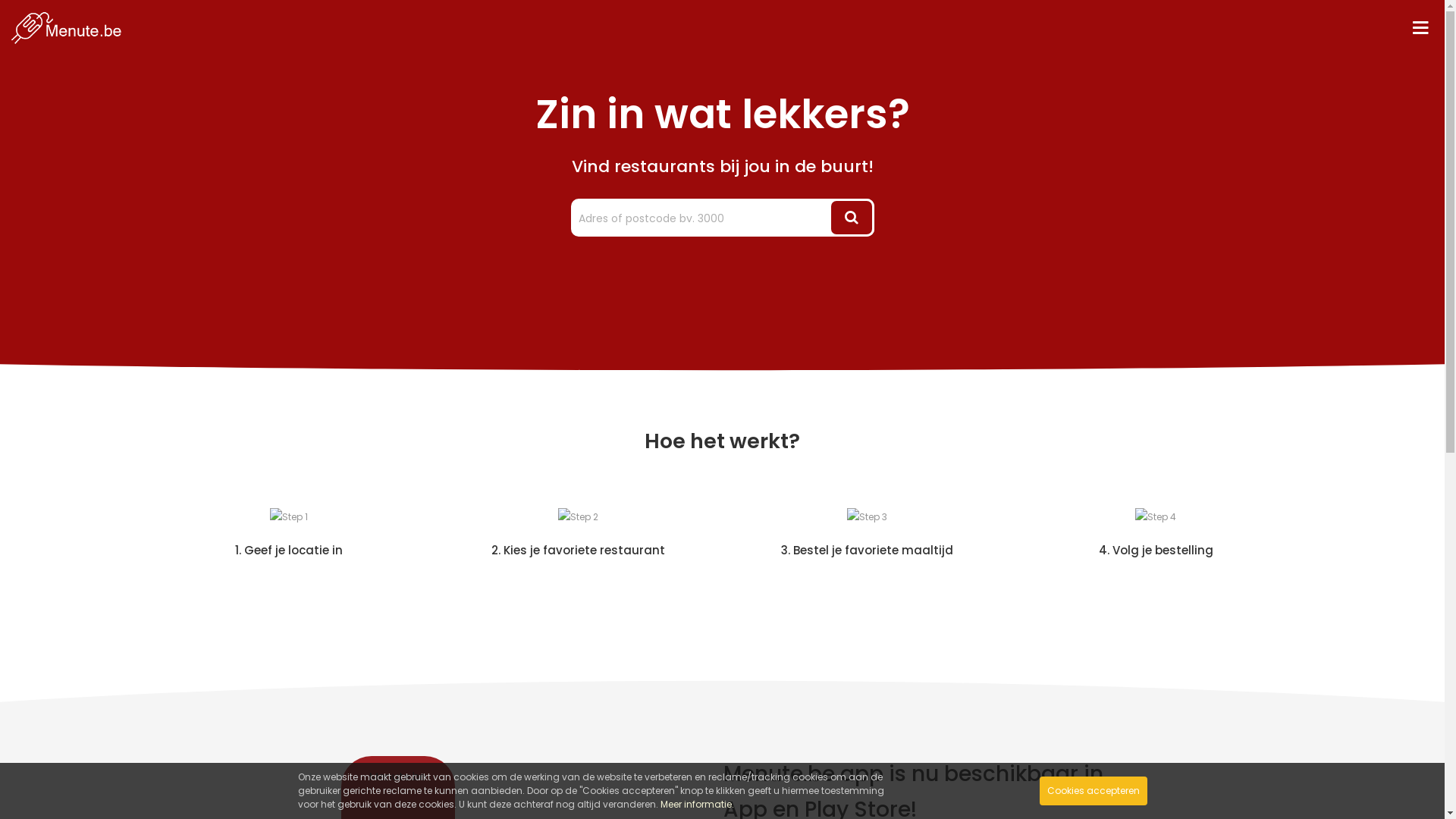  I want to click on 'Step 4', so click(1154, 516).